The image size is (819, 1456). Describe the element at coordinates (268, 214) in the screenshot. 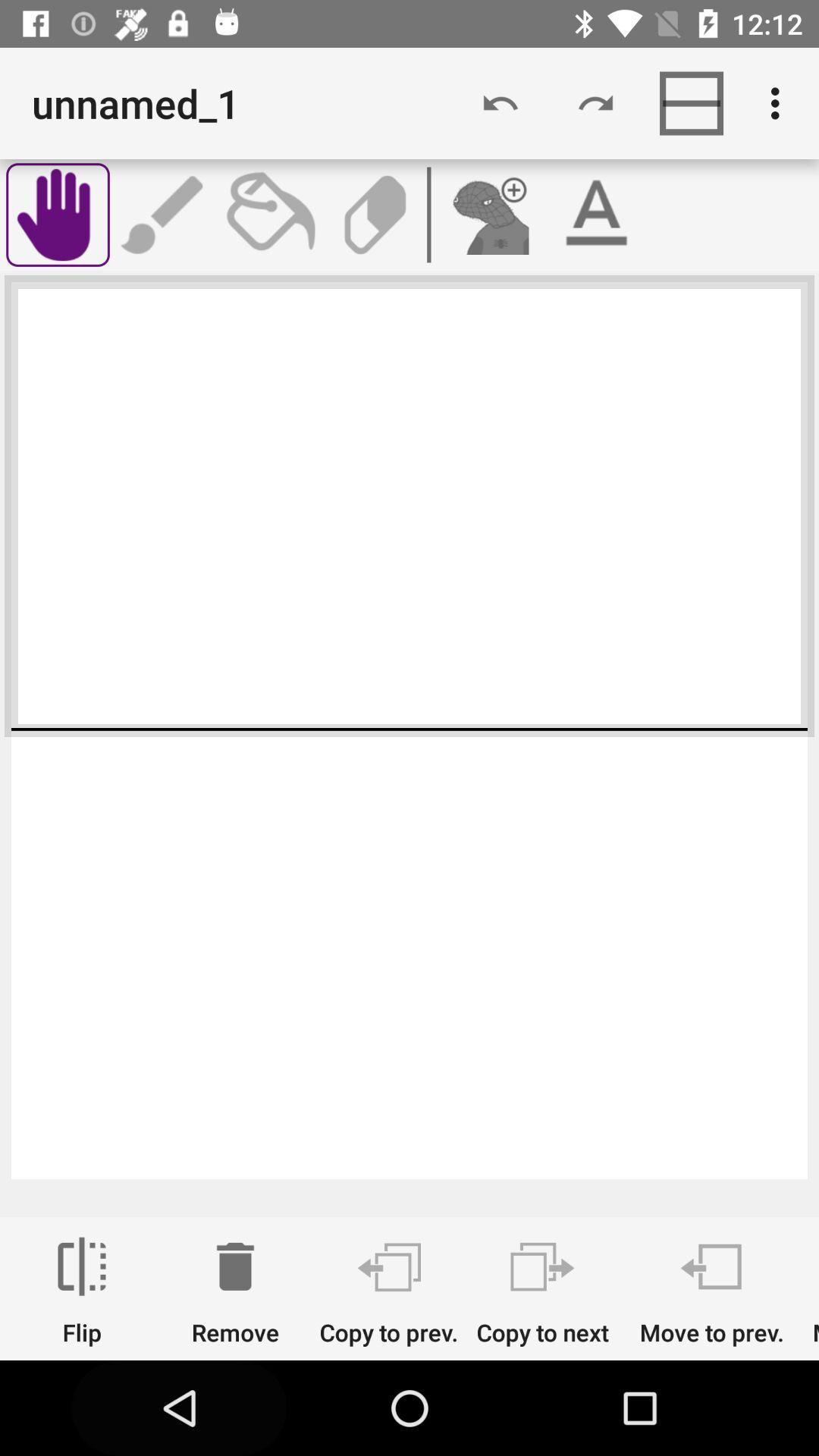

I see `paint` at that location.